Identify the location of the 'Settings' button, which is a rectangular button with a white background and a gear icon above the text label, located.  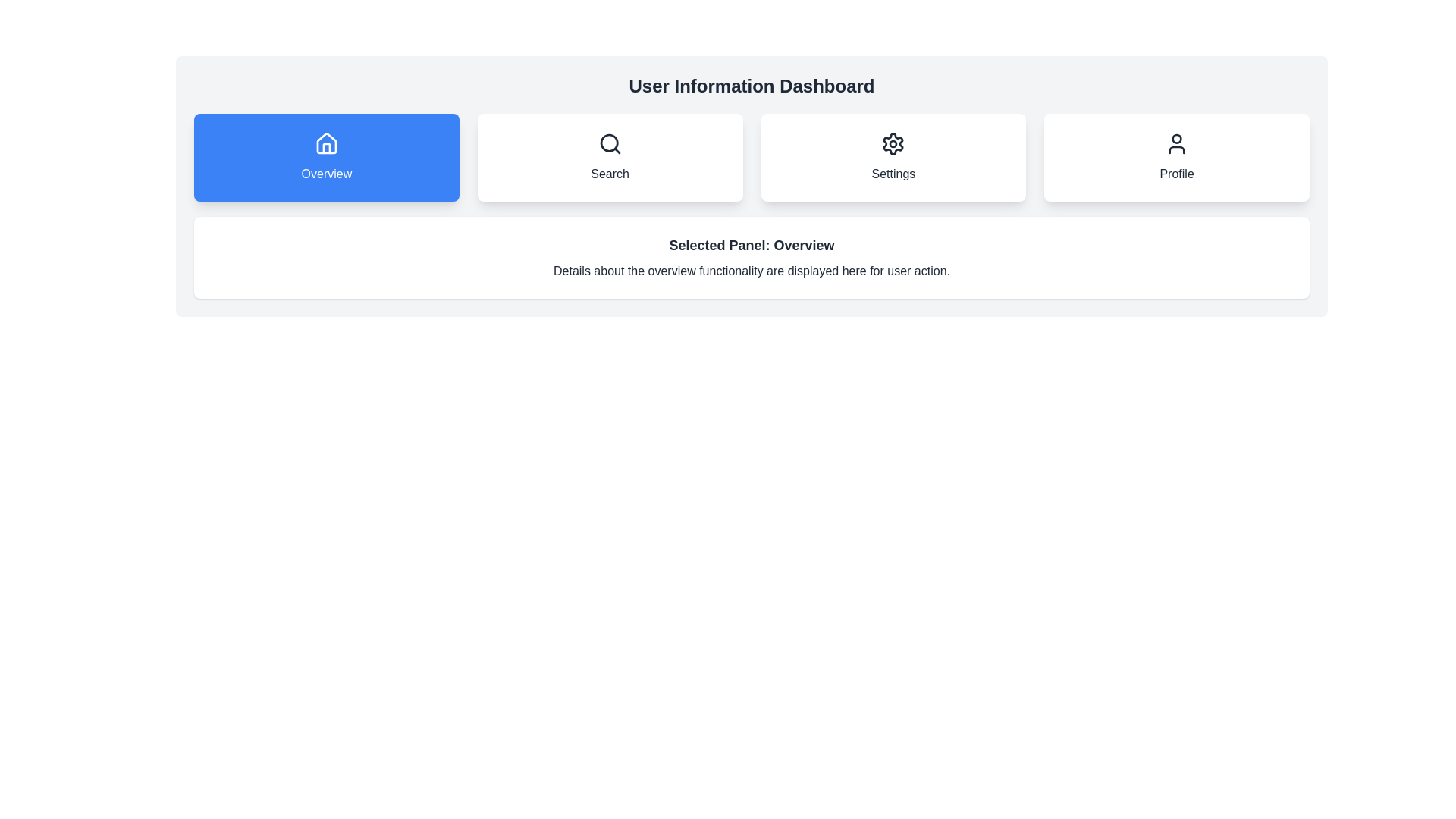
(893, 158).